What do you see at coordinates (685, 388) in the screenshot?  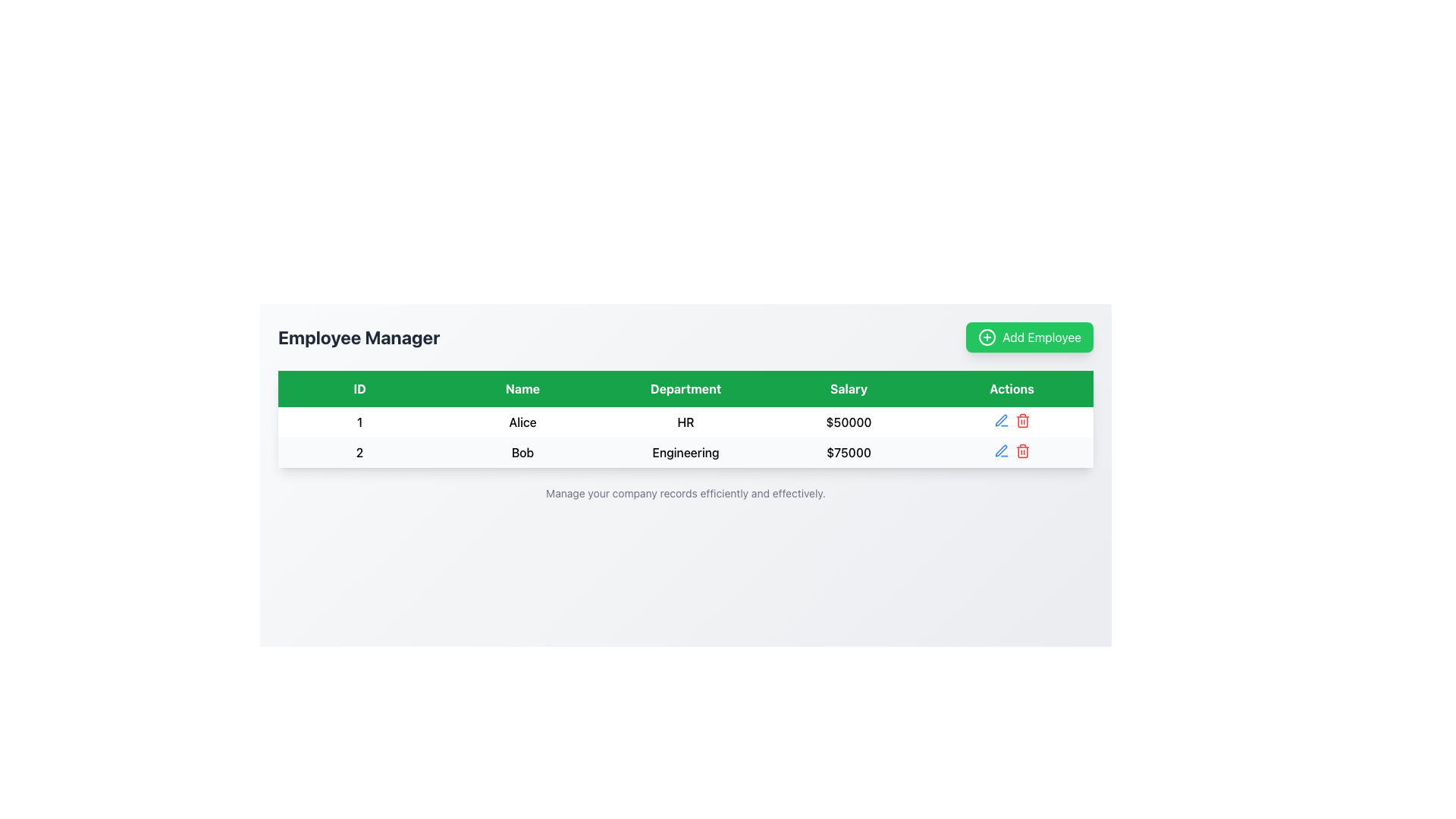 I see `text from the Table Header located below the title 'Employee Manager', which labels the columns of the table` at bounding box center [685, 388].